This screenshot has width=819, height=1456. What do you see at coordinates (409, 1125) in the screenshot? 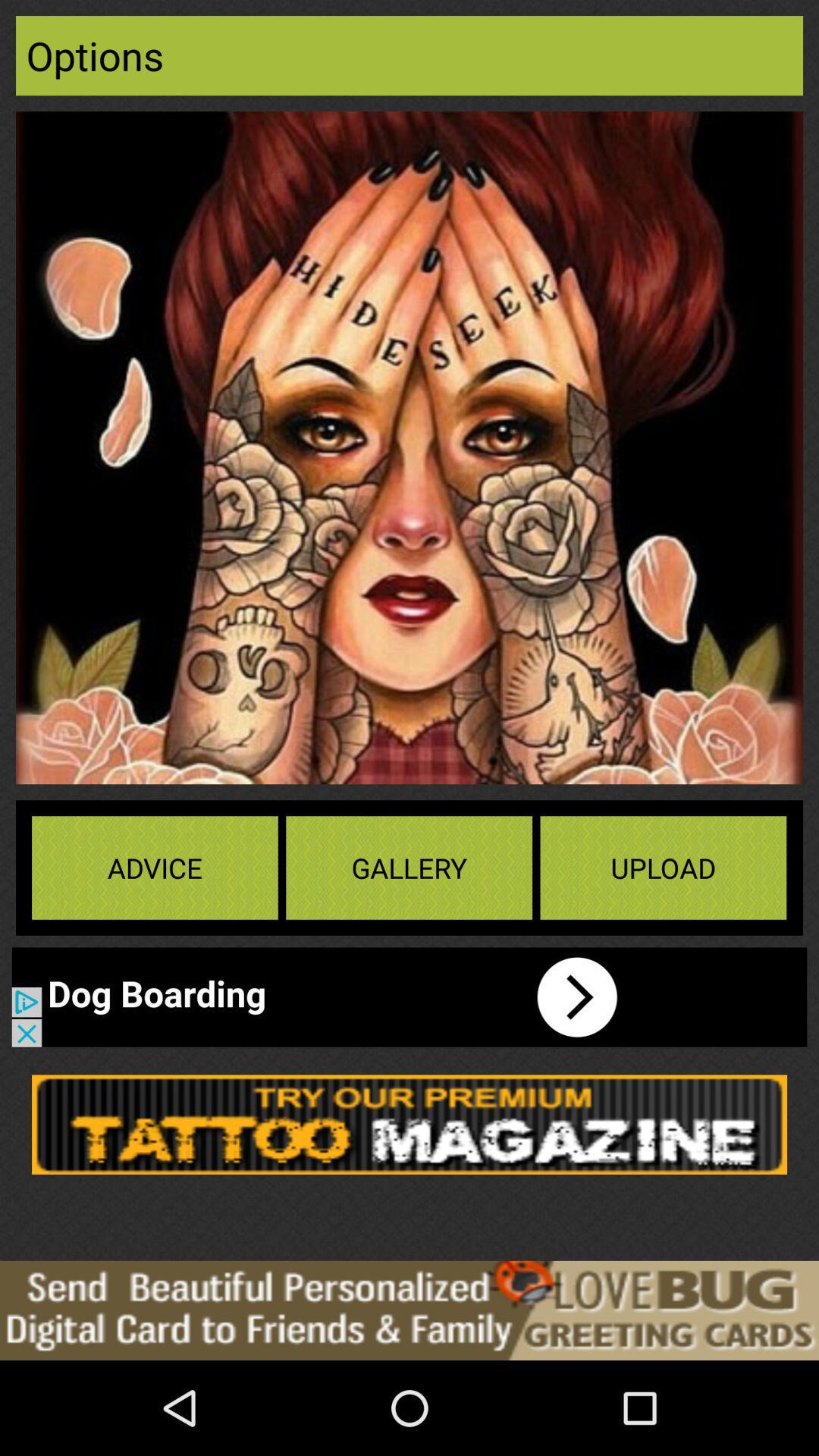
I see `product` at bounding box center [409, 1125].